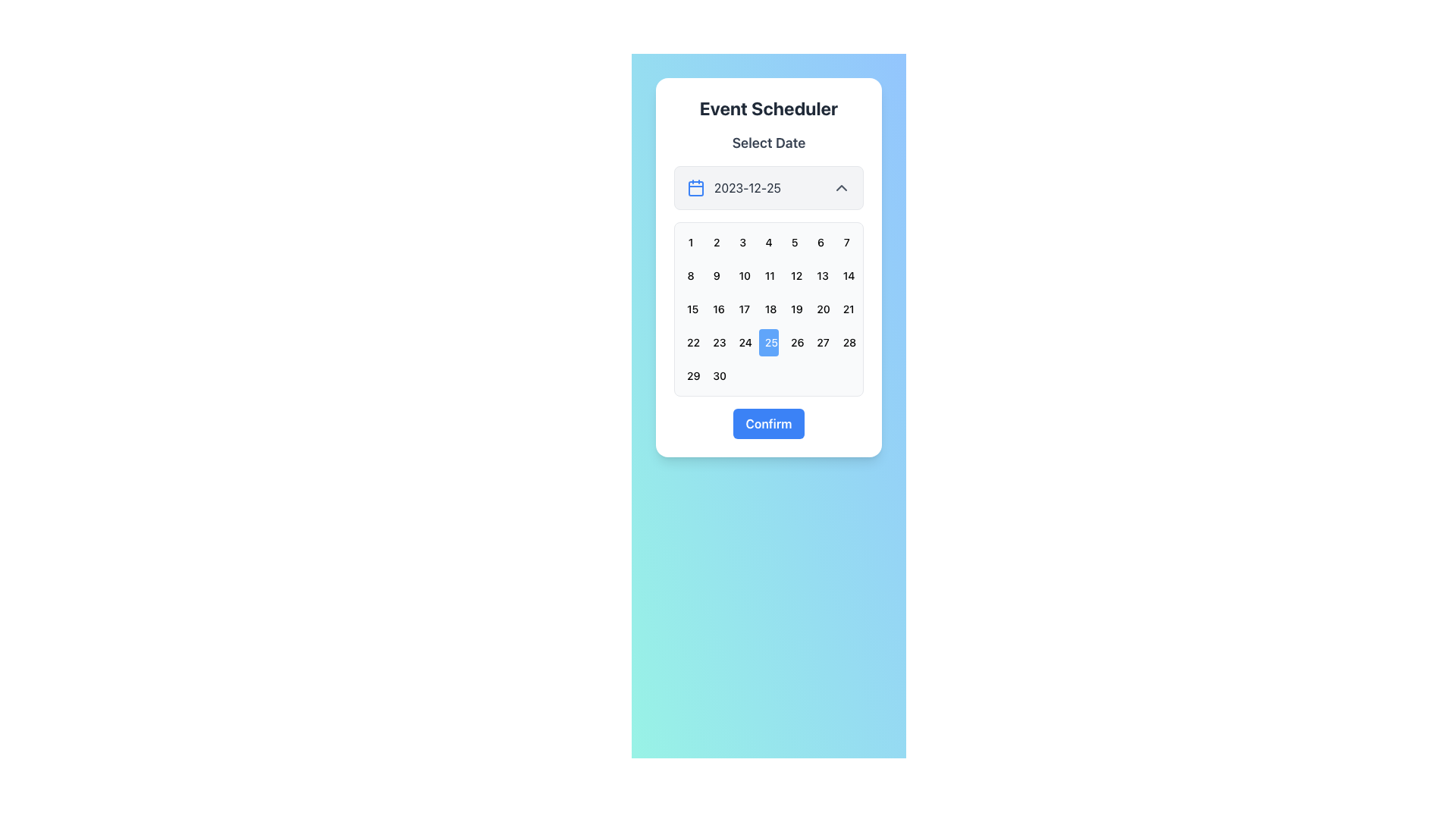  I want to click on small, rectangular shape with rounded corners located within the calendar icon next to the date input field by clicking on it, so click(695, 188).